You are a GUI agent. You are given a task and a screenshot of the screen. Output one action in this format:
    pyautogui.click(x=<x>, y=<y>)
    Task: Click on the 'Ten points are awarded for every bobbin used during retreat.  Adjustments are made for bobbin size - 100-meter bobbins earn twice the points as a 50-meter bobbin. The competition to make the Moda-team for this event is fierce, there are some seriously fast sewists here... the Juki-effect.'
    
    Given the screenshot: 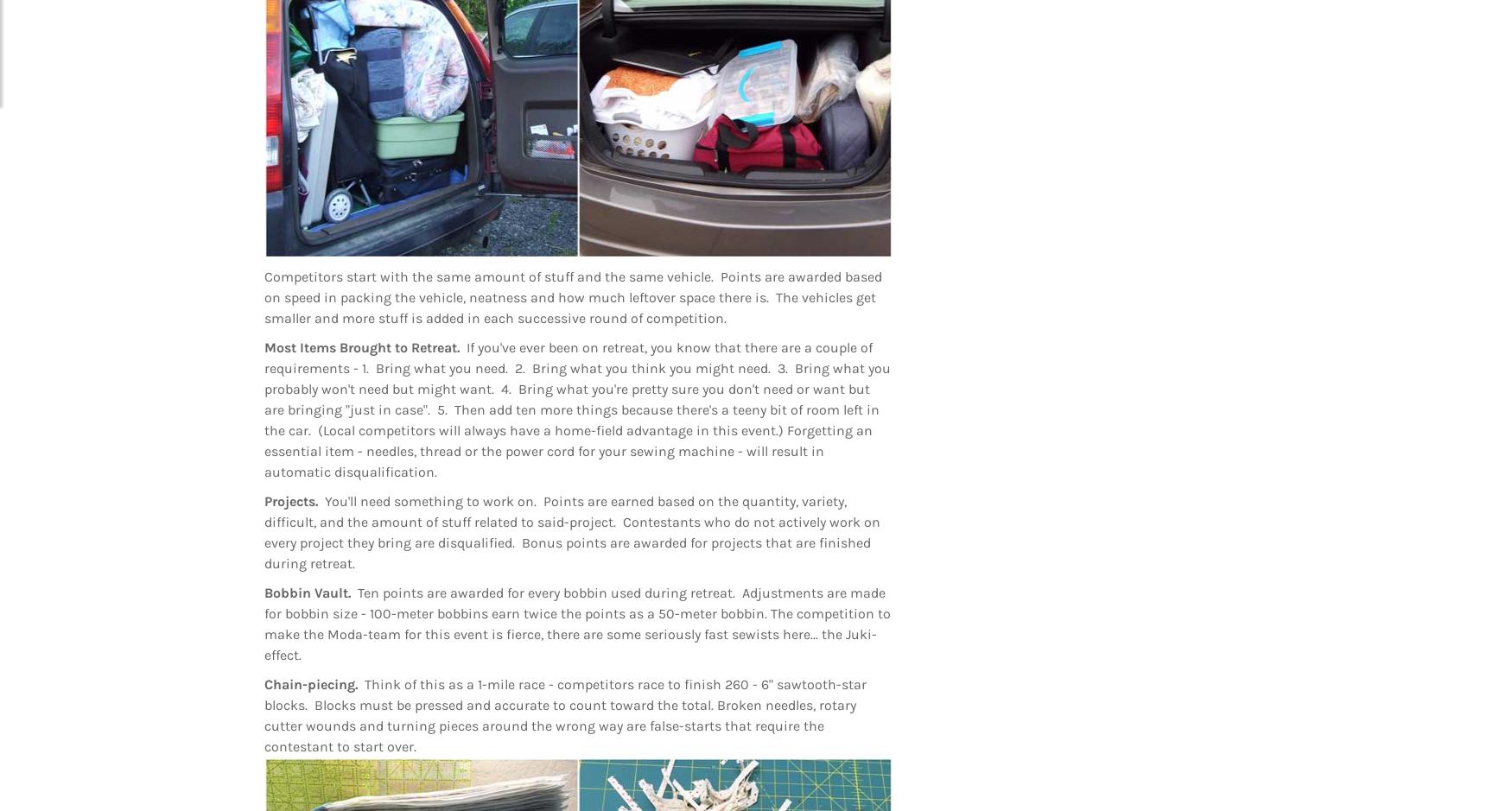 What is the action you would take?
    pyautogui.click(x=576, y=623)
    